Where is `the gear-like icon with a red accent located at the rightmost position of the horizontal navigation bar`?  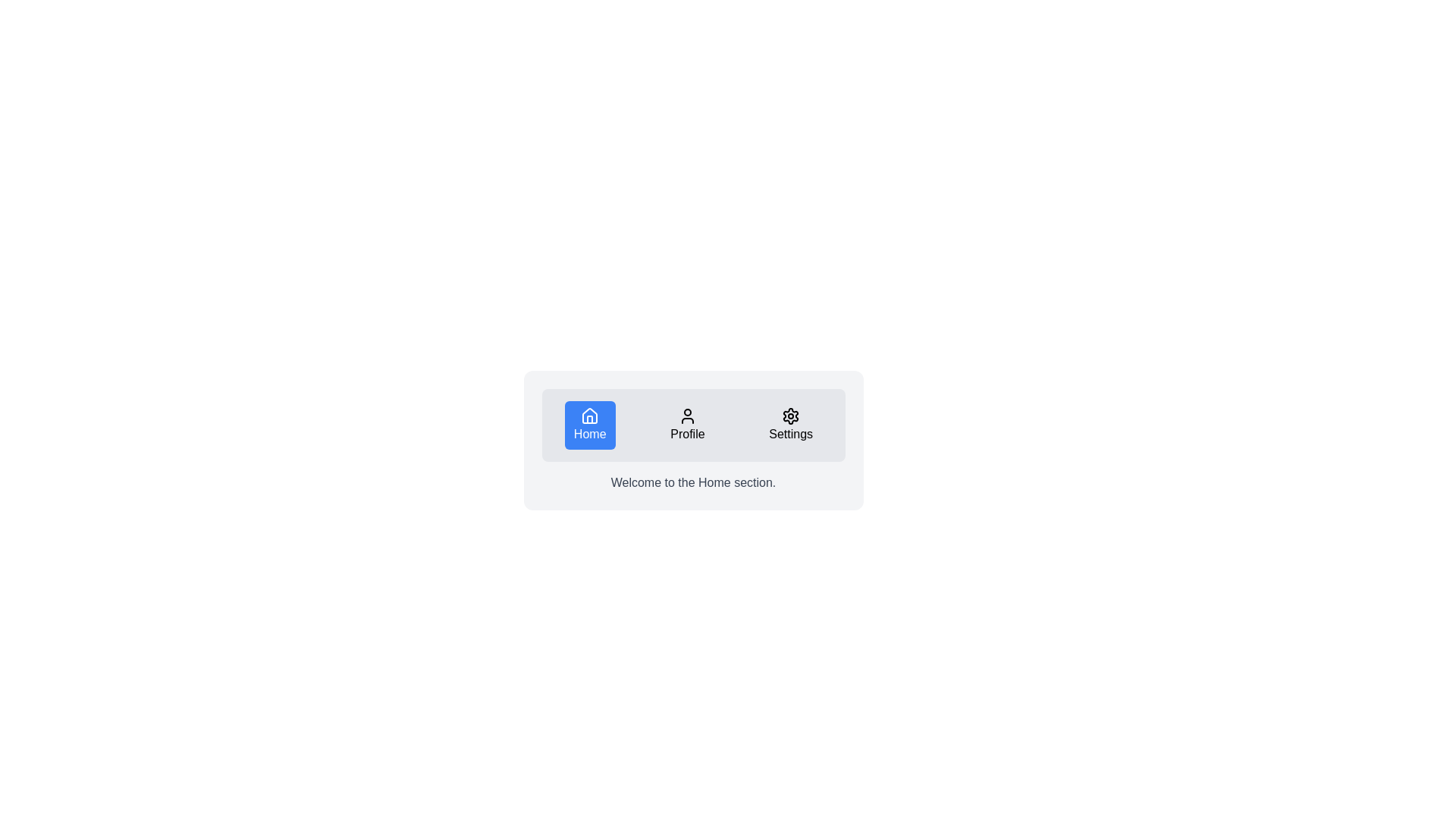 the gear-like icon with a red accent located at the rightmost position of the horizontal navigation bar is located at coordinates (790, 416).